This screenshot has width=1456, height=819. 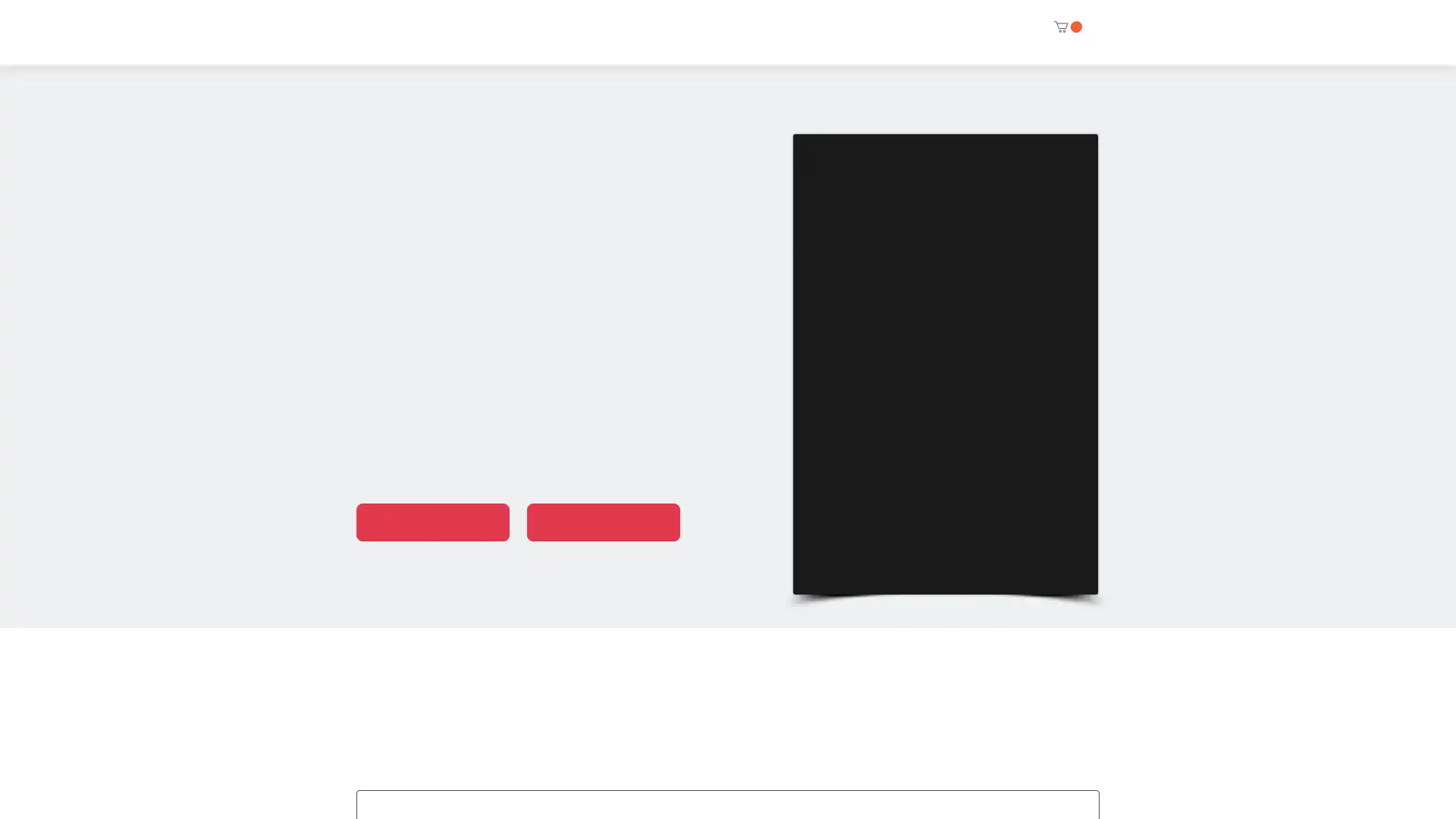 What do you see at coordinates (1067, 27) in the screenshot?
I see `Cart with 0 items` at bounding box center [1067, 27].